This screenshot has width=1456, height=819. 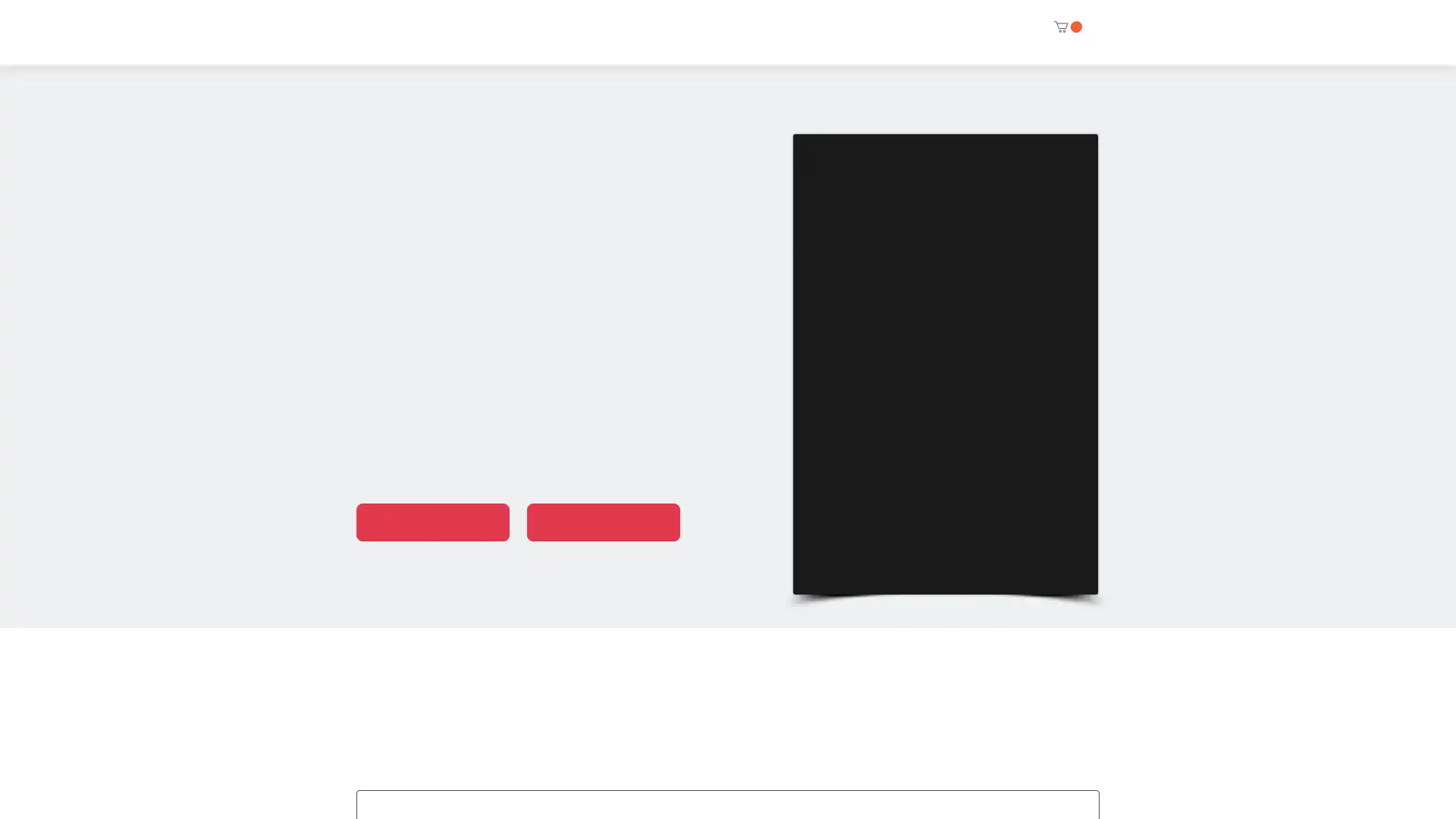 What do you see at coordinates (1067, 27) in the screenshot?
I see `Cart with 0 items` at bounding box center [1067, 27].